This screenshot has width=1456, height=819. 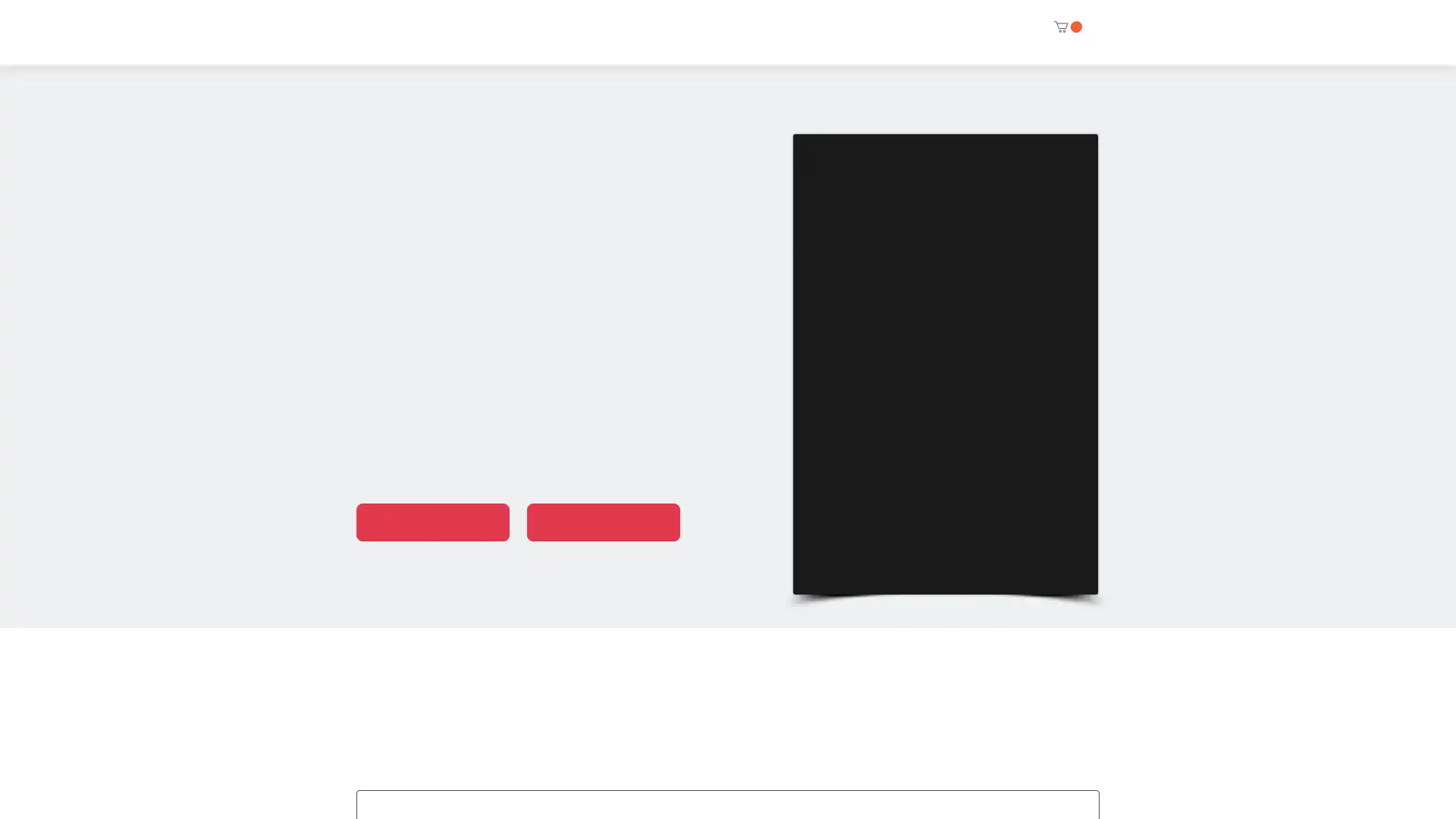 What do you see at coordinates (1067, 27) in the screenshot?
I see `Cart with 0 items` at bounding box center [1067, 27].